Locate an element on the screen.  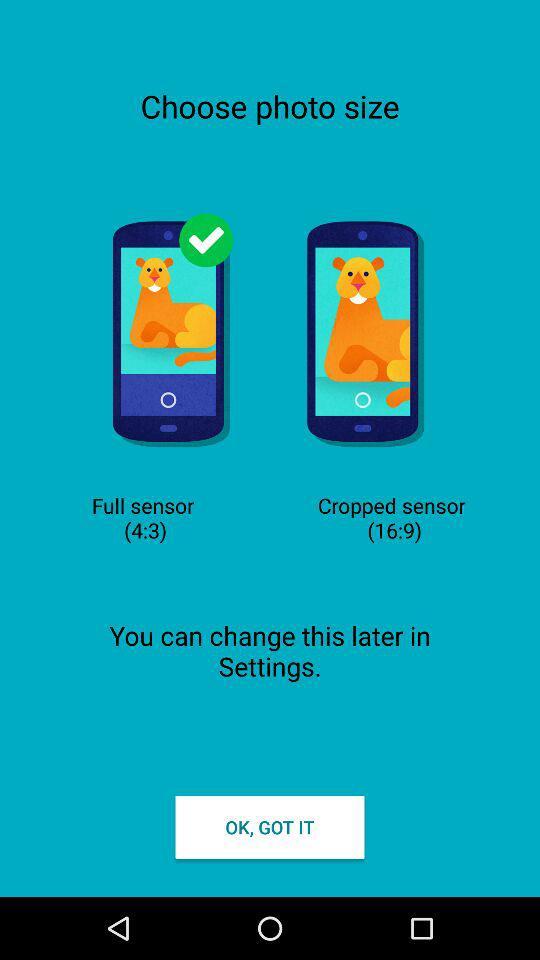
the ok, got it button is located at coordinates (270, 827).